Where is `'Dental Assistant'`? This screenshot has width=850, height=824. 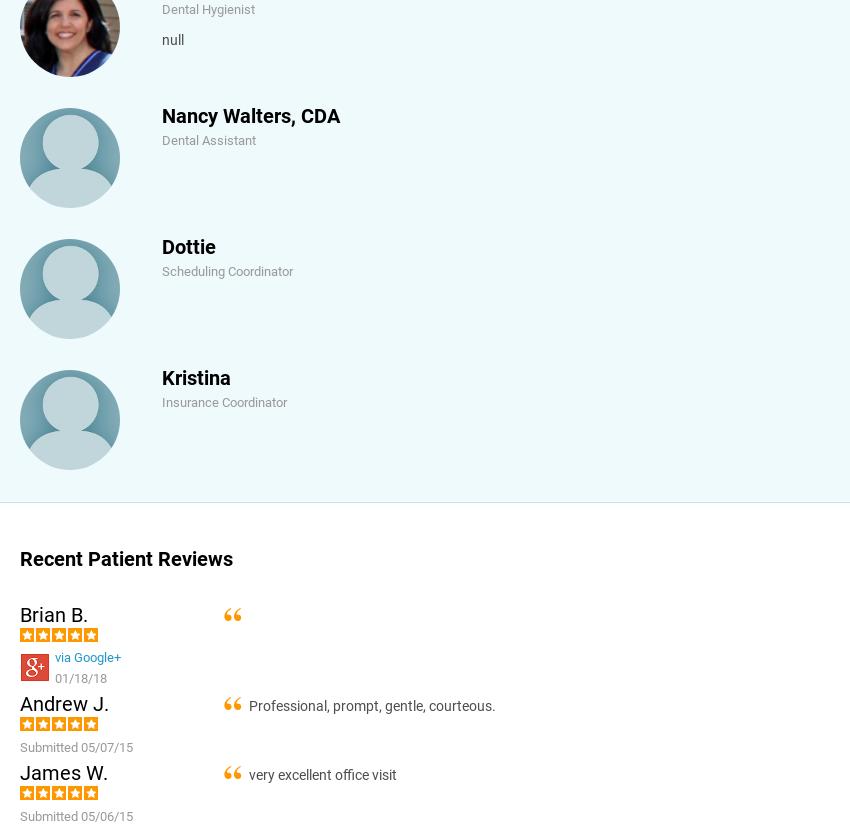
'Dental Assistant' is located at coordinates (208, 139).